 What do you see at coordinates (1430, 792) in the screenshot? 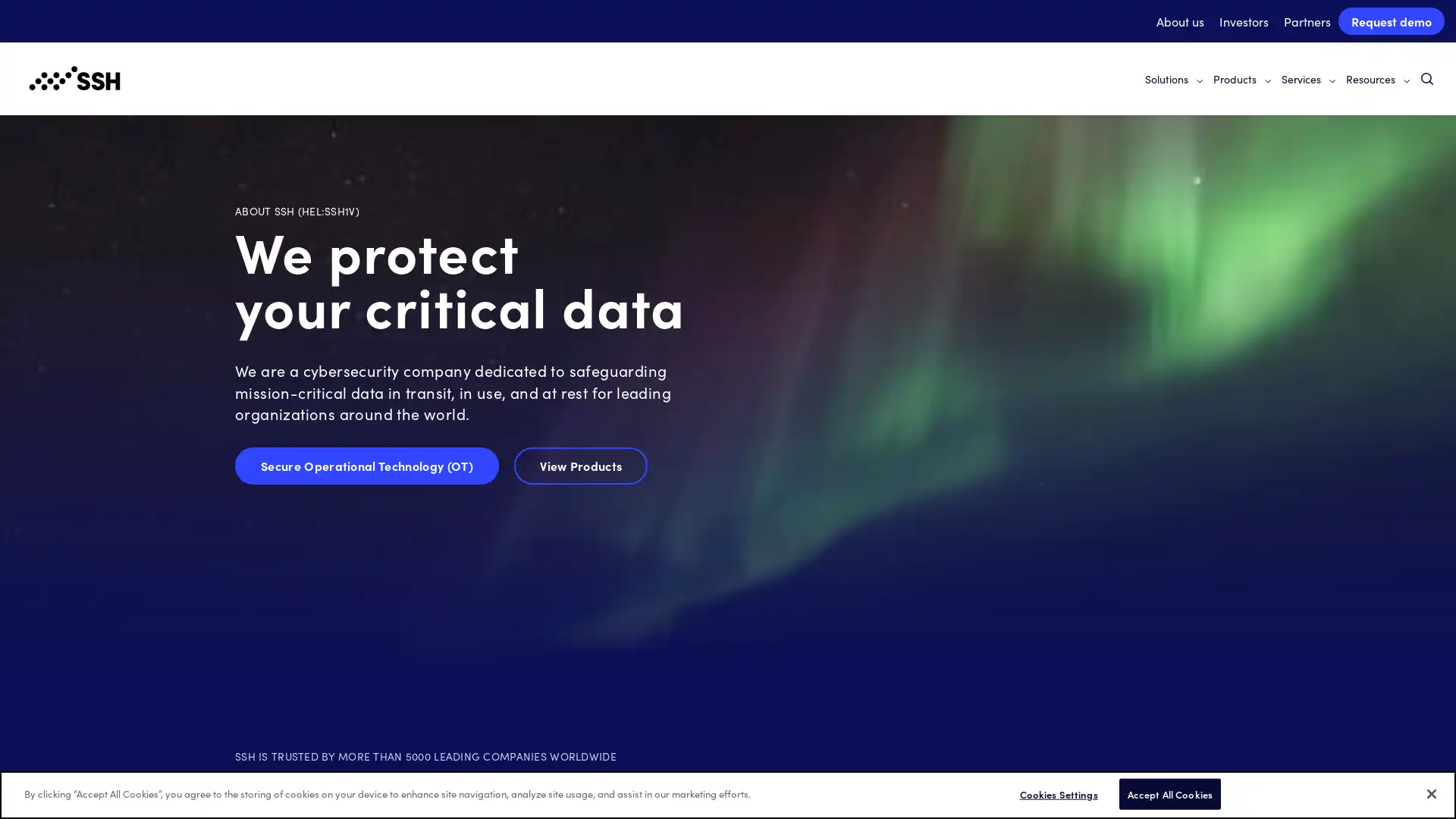
I see `Close` at bounding box center [1430, 792].